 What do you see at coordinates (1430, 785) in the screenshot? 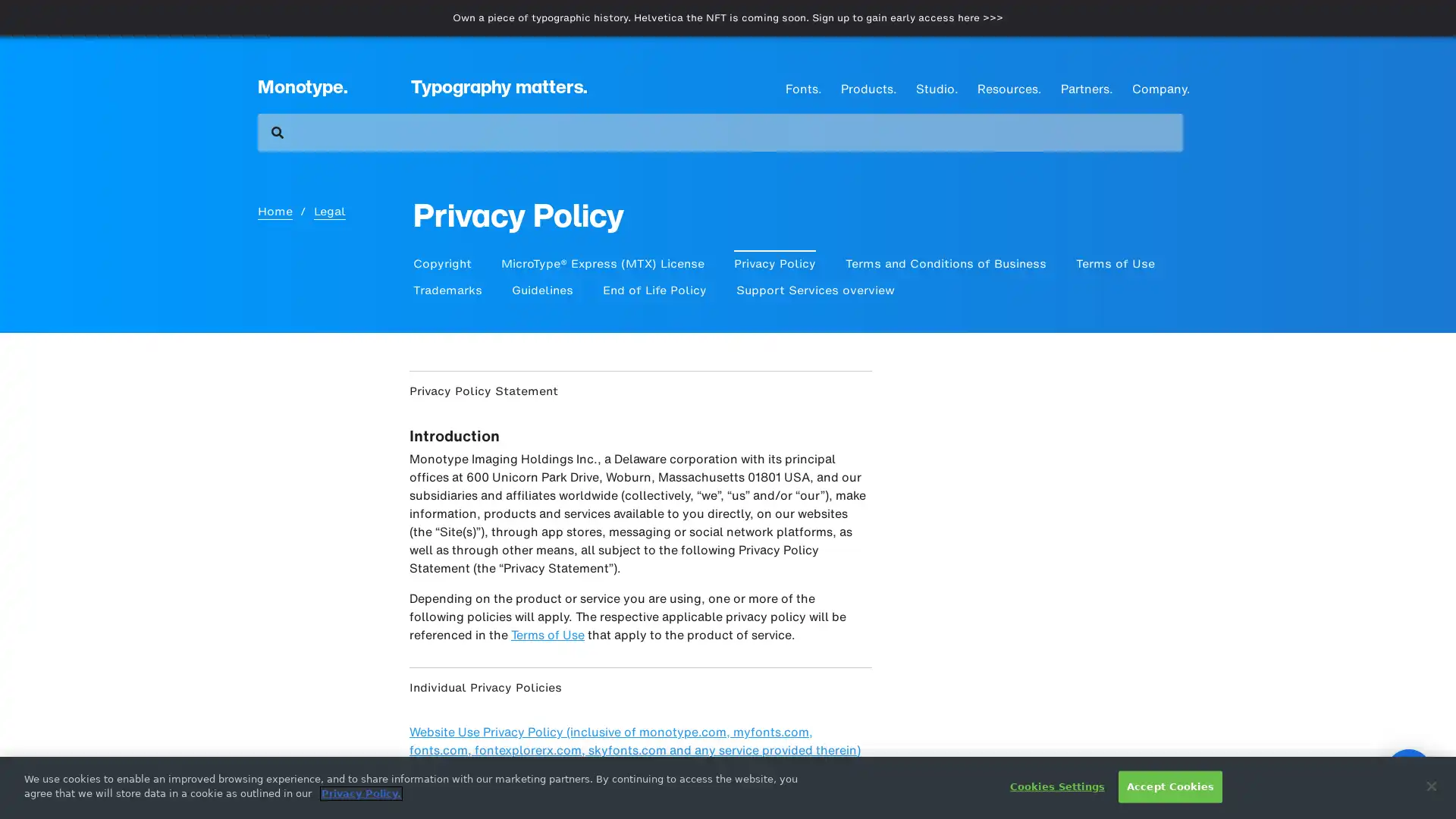
I see `Close` at bounding box center [1430, 785].